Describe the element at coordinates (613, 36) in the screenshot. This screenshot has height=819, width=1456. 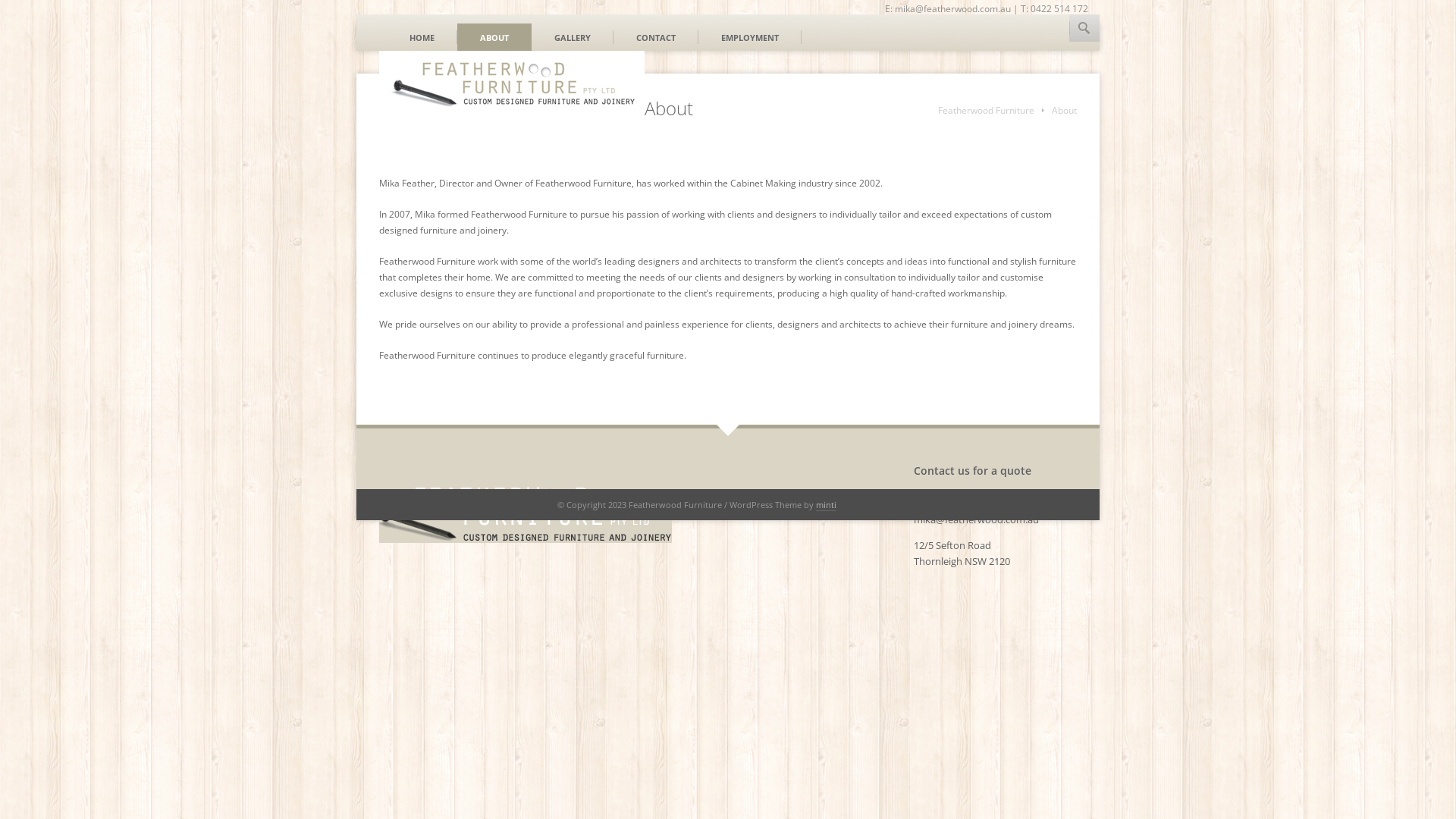
I see `'CONTACT'` at that location.